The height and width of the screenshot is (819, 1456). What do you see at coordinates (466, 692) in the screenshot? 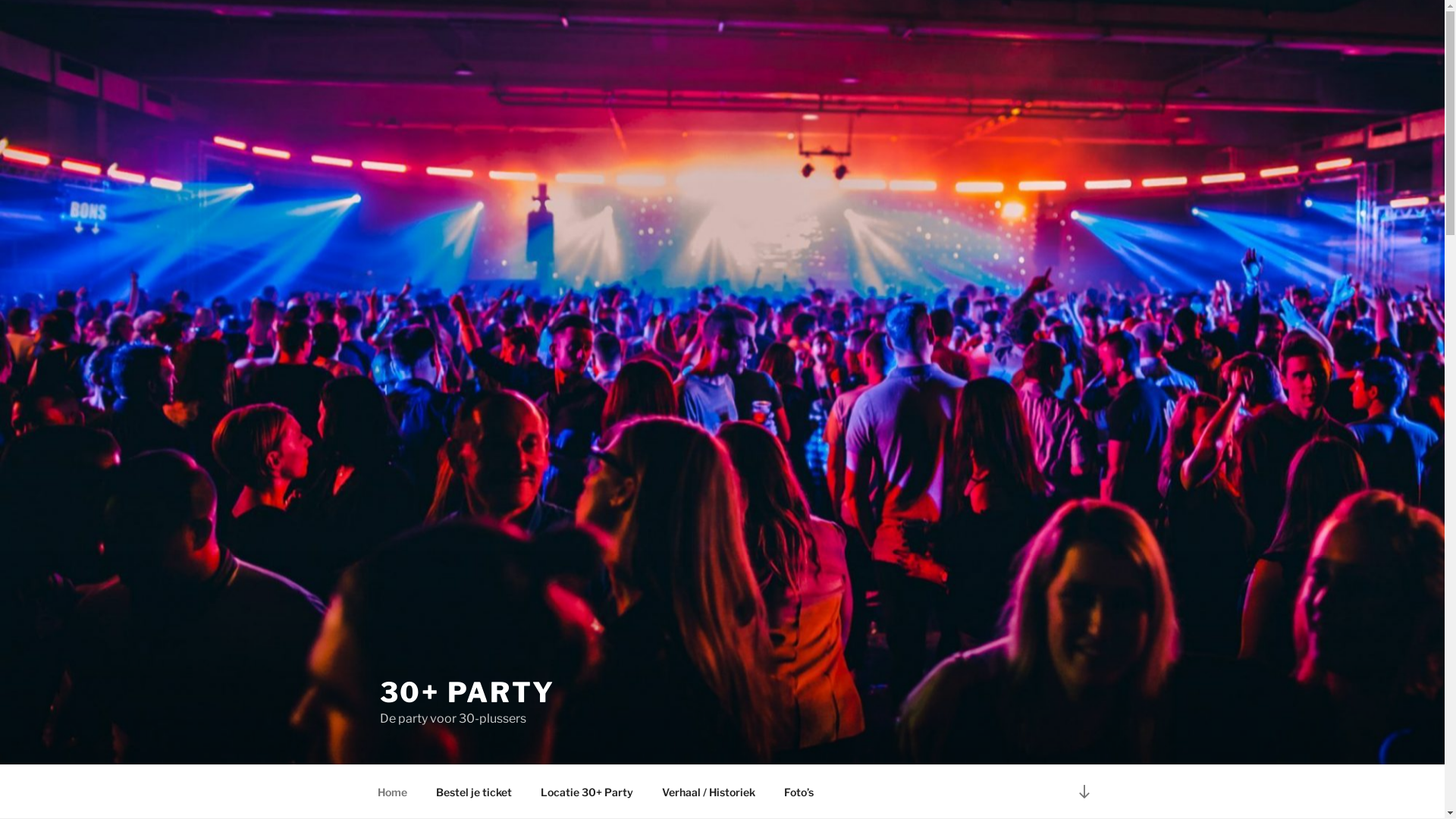
I see `'30+ PARTY'` at bounding box center [466, 692].